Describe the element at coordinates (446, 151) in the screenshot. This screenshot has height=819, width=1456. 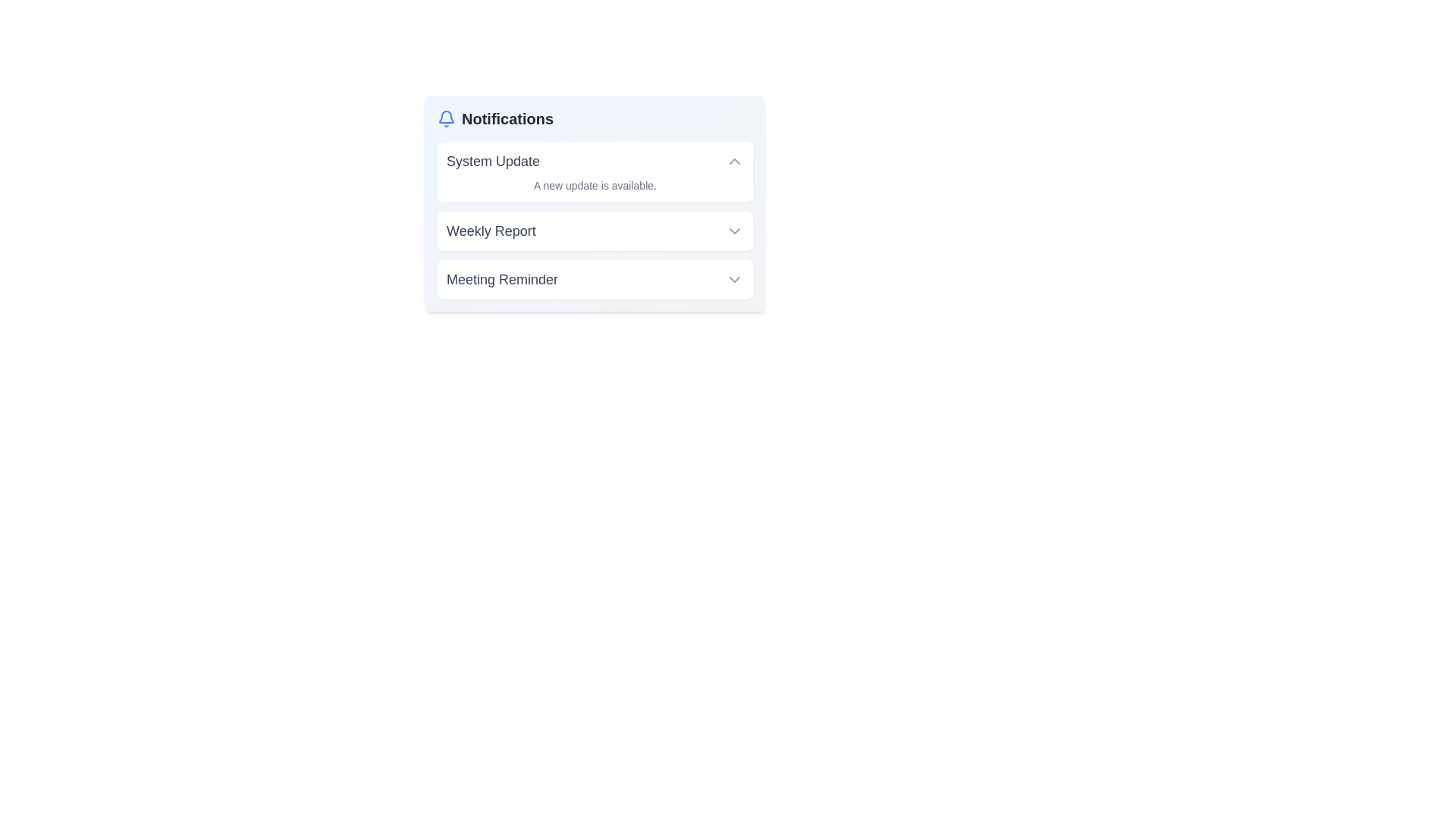
I see `the text of the notification titled 'System Update'` at that location.